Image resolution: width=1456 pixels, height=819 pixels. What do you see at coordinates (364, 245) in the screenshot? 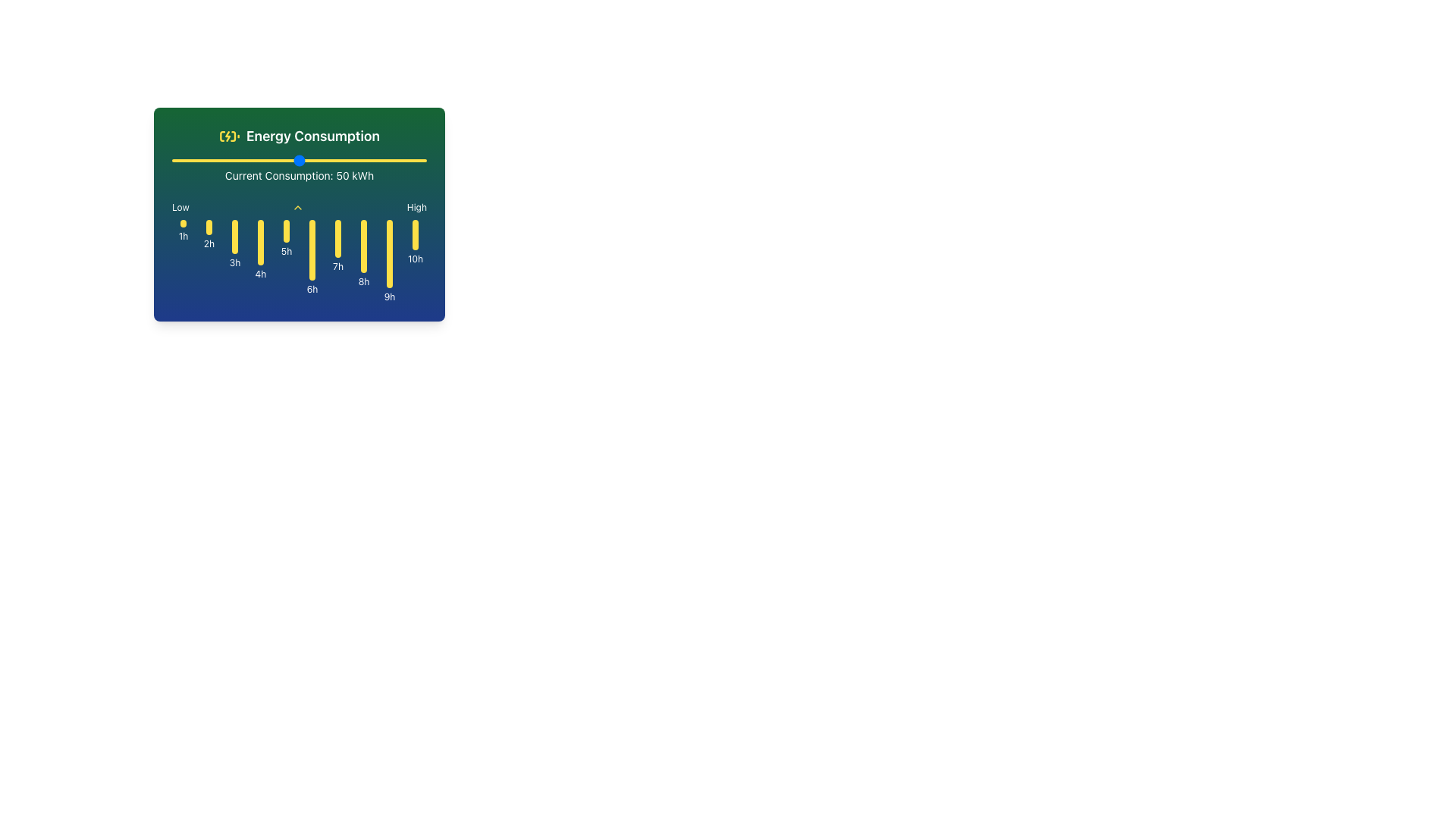
I see `the narrow, vertically-oriented yellow rectangle with rounded top and bottom that represents a time interval at the '8h' label, positioned against a blue background` at bounding box center [364, 245].